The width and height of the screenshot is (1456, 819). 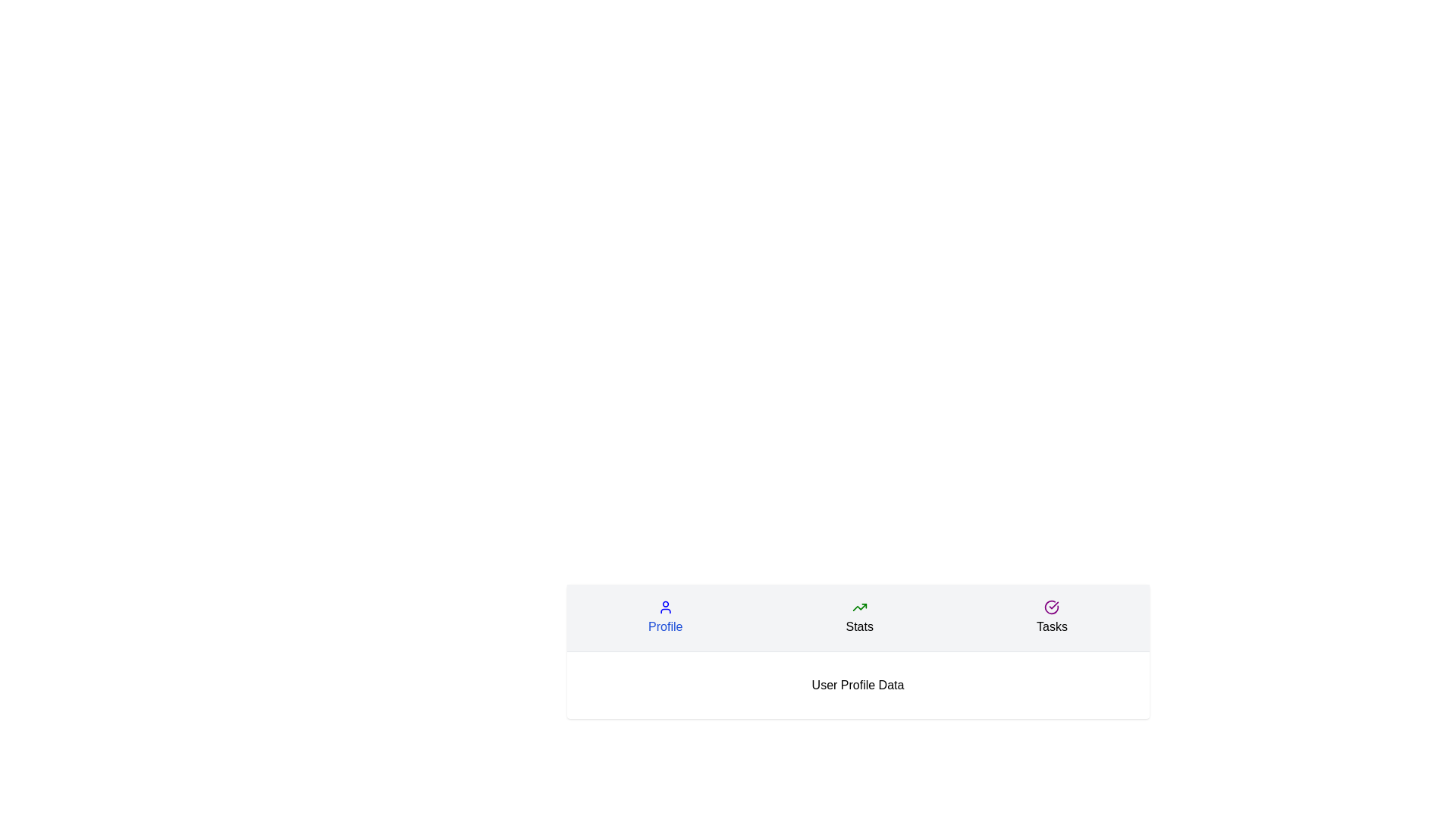 I want to click on the Tasks tab by clicking on its respective button, so click(x=1051, y=617).